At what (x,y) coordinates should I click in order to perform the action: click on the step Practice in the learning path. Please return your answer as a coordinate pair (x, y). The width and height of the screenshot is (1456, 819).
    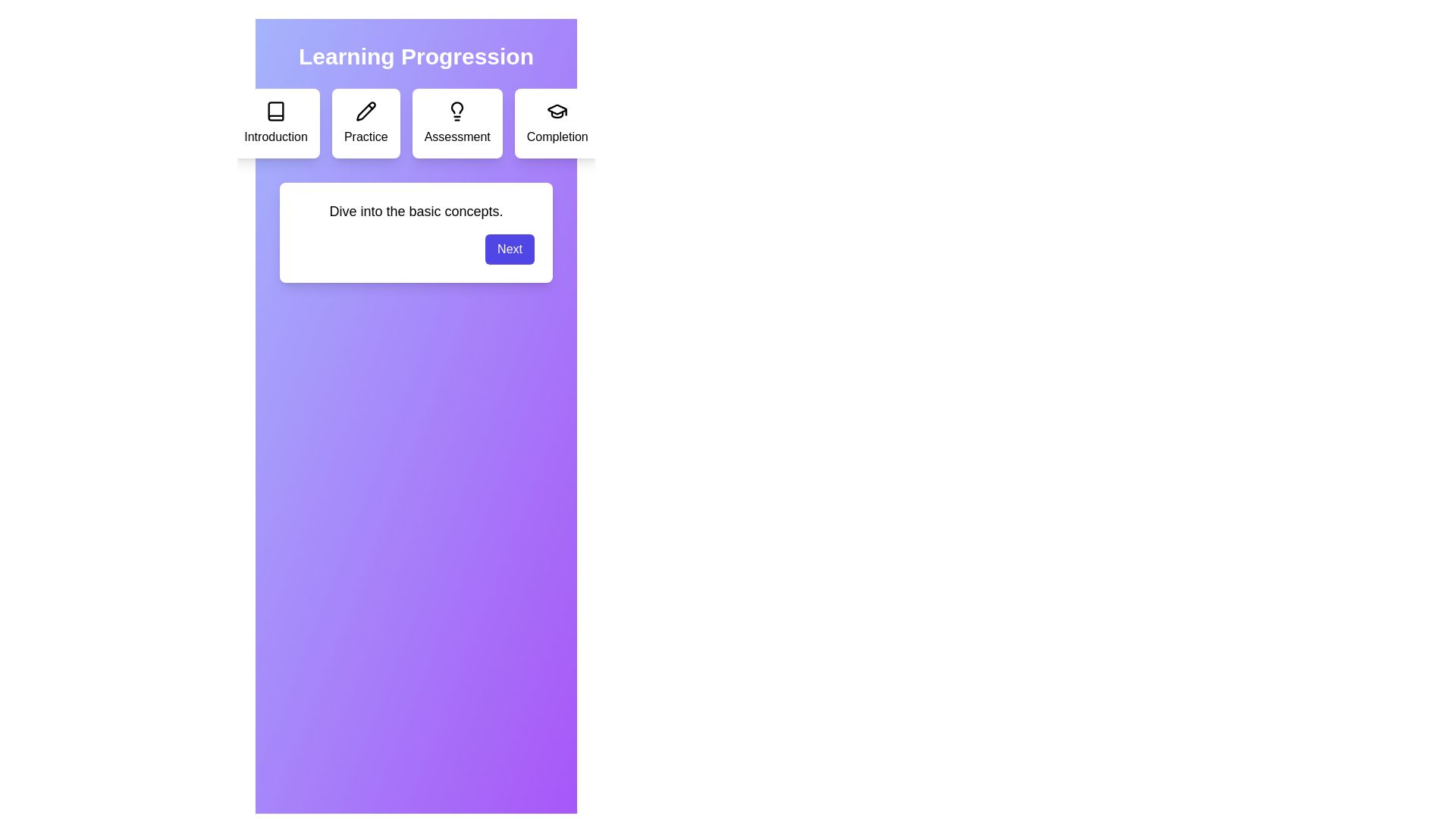
    Looking at the image, I should click on (366, 122).